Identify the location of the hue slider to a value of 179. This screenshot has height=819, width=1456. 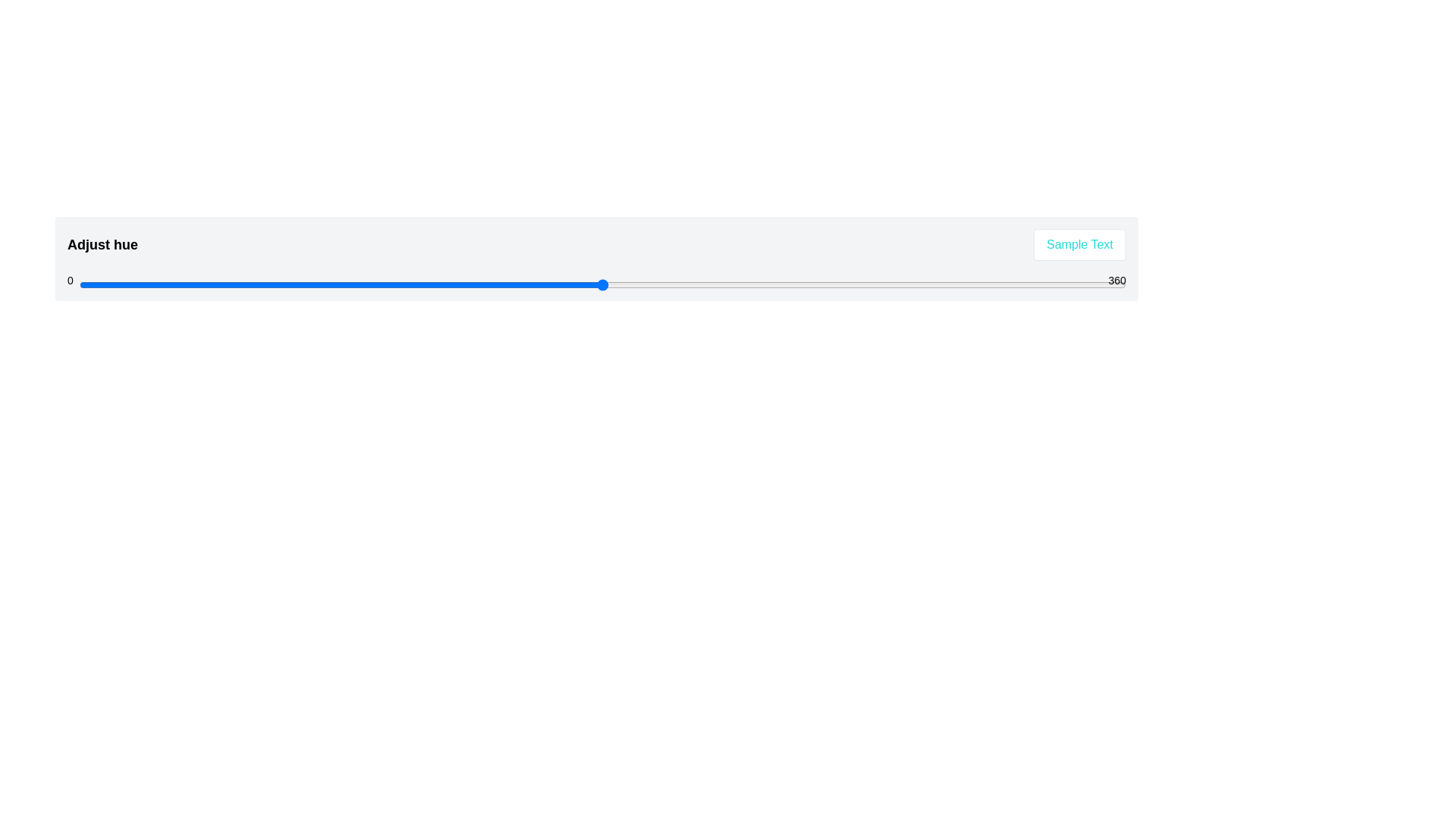
(599, 284).